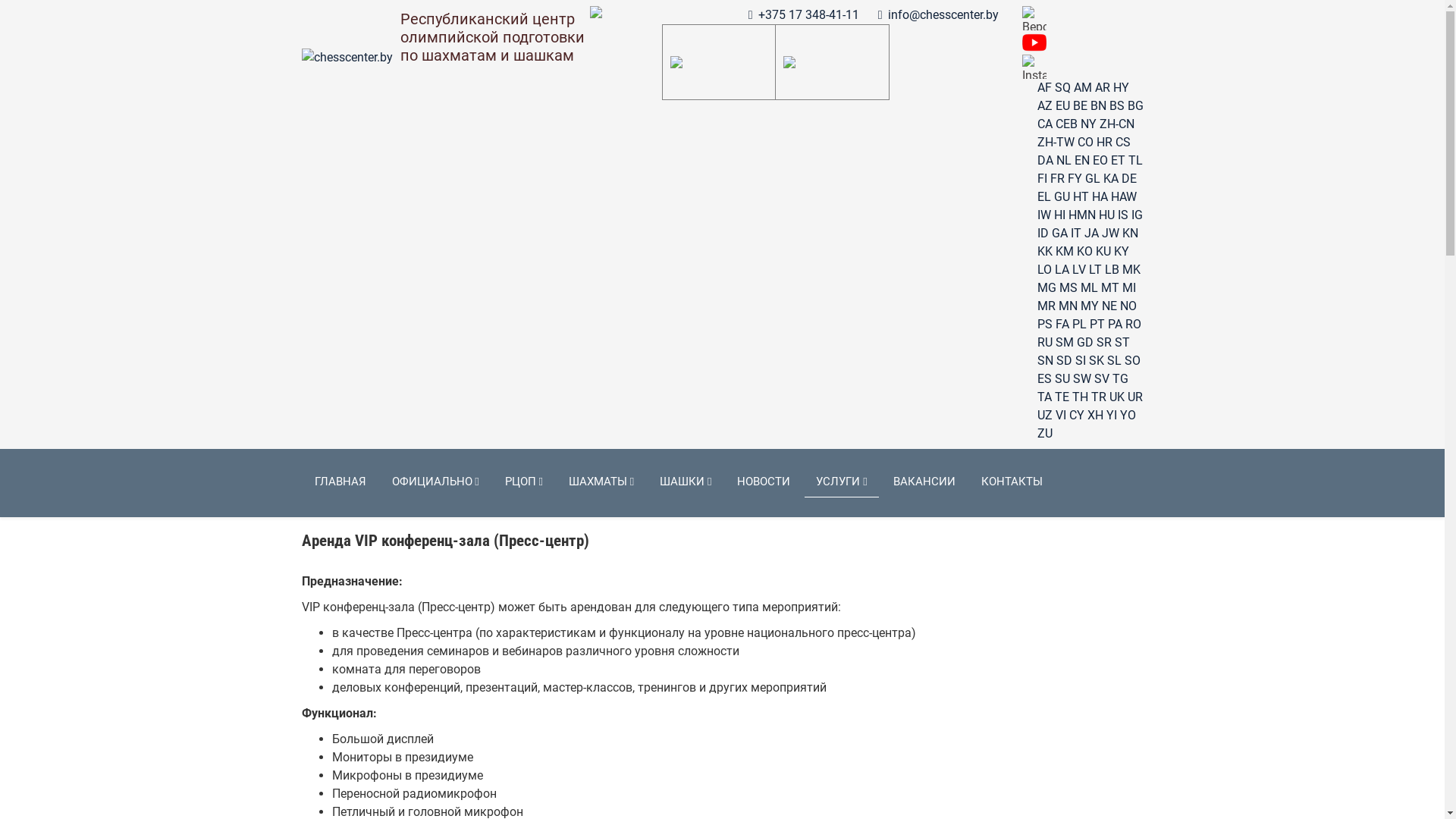 Image resolution: width=1456 pixels, height=819 pixels. I want to click on 'UK', so click(1109, 396).